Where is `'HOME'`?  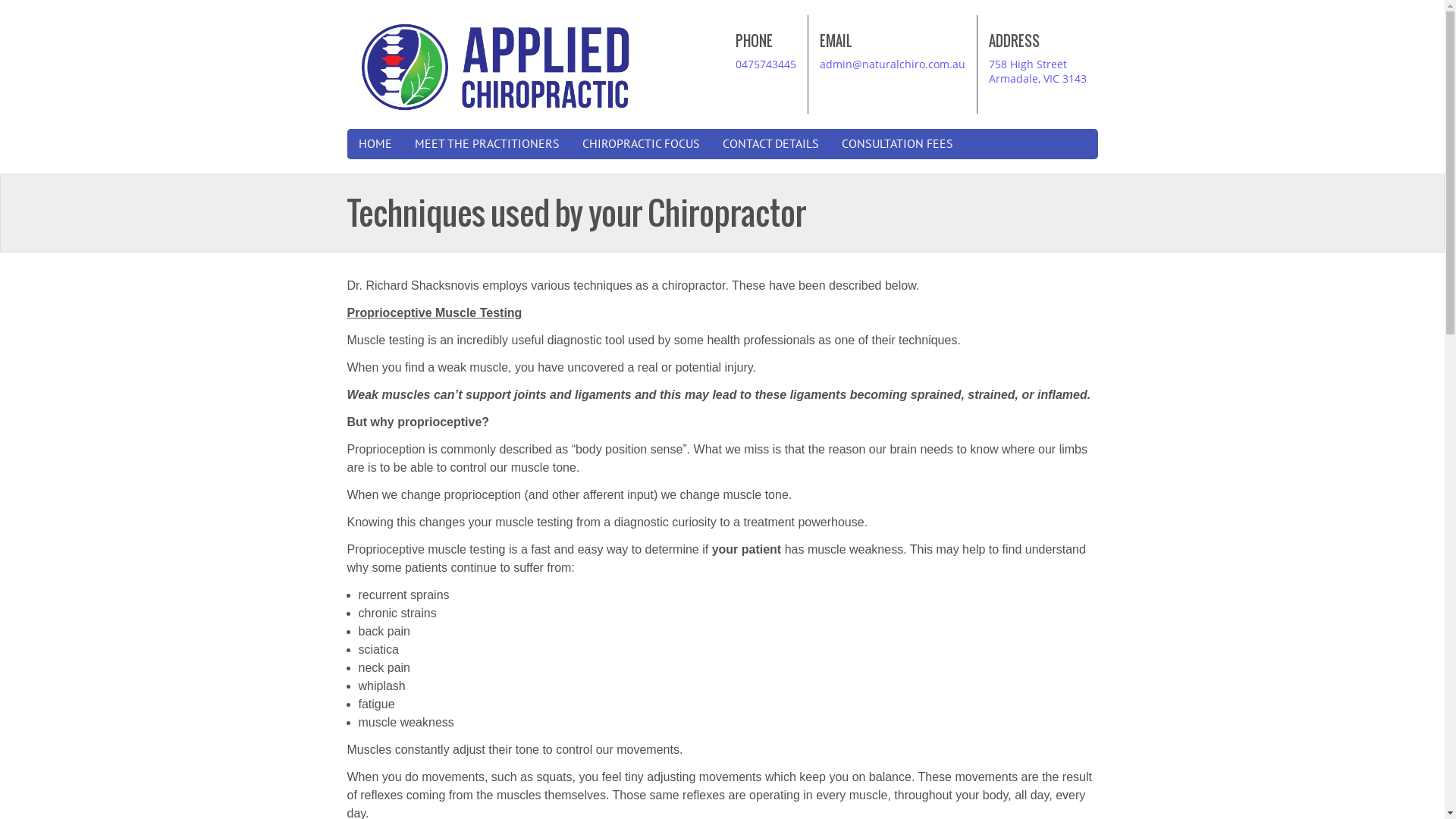
'HOME' is located at coordinates (375, 143).